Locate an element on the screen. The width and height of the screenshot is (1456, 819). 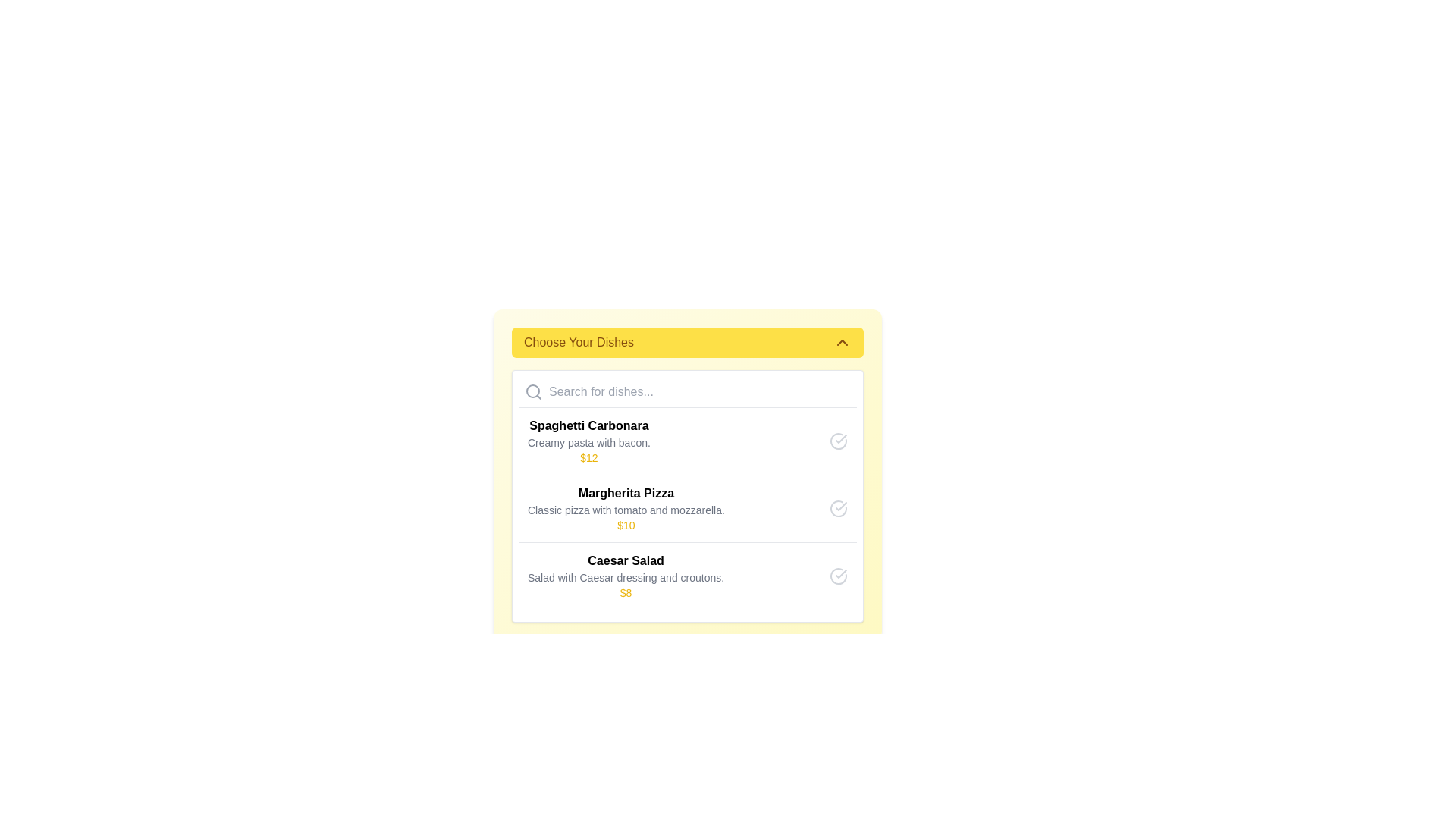
the food item titles or prices within the 'Choose Your Dishes' section, which is located below the search bar is located at coordinates (687, 496).